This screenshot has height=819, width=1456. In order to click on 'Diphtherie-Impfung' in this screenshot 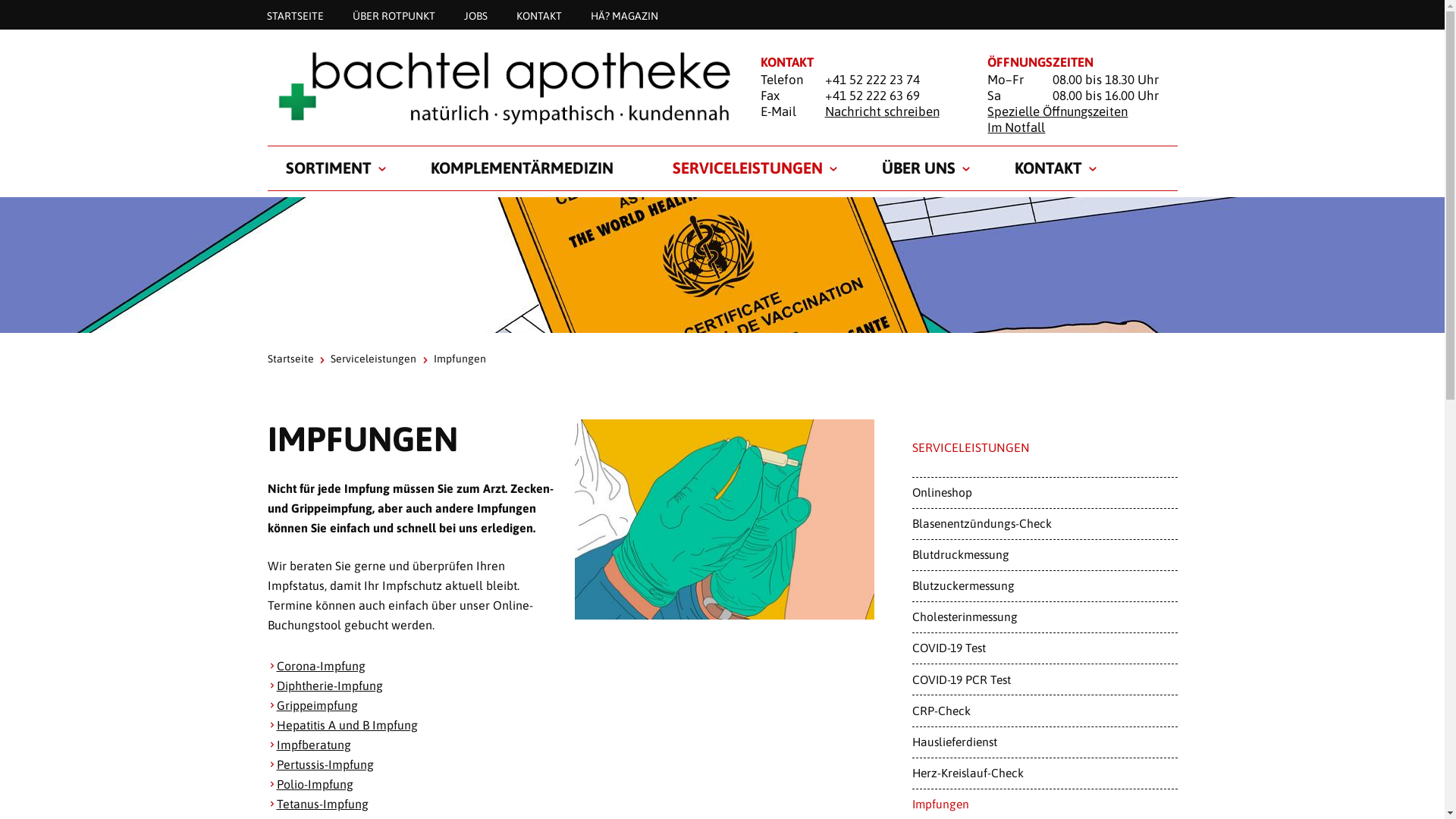, I will do `click(328, 685)`.